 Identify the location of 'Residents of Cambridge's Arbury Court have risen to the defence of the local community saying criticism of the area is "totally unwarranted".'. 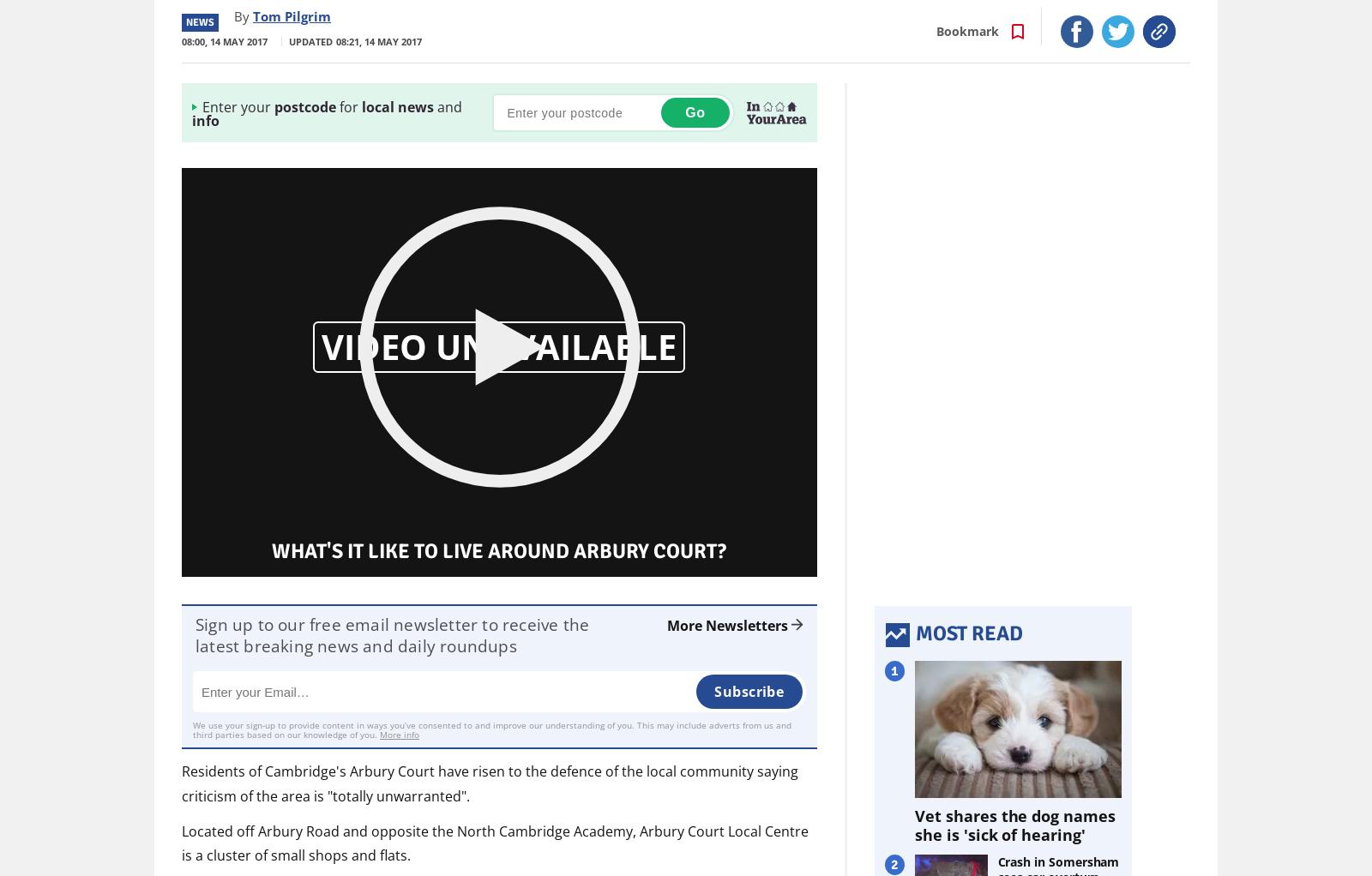
(489, 782).